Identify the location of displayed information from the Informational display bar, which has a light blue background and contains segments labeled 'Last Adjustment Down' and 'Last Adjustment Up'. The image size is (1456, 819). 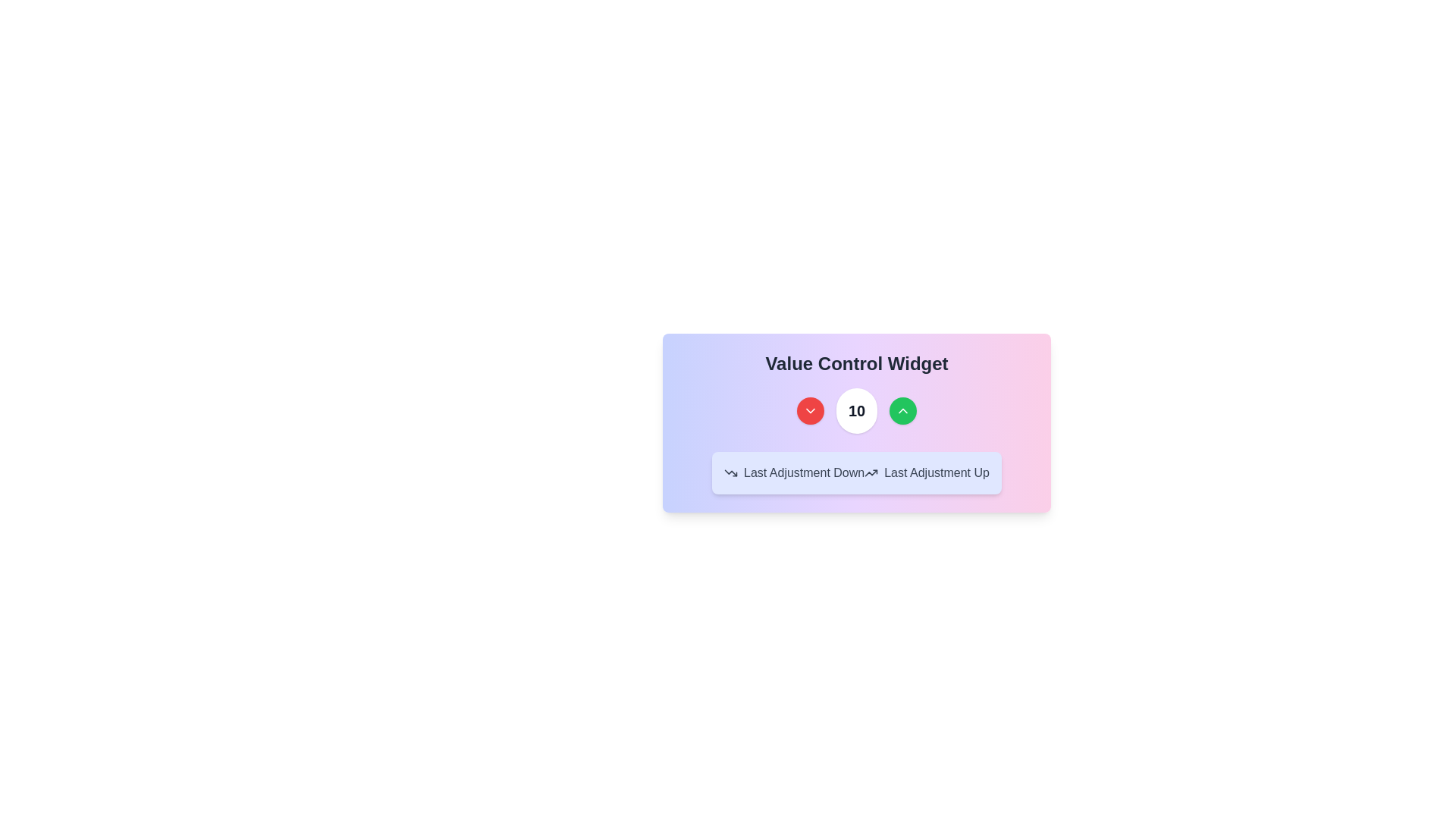
(856, 472).